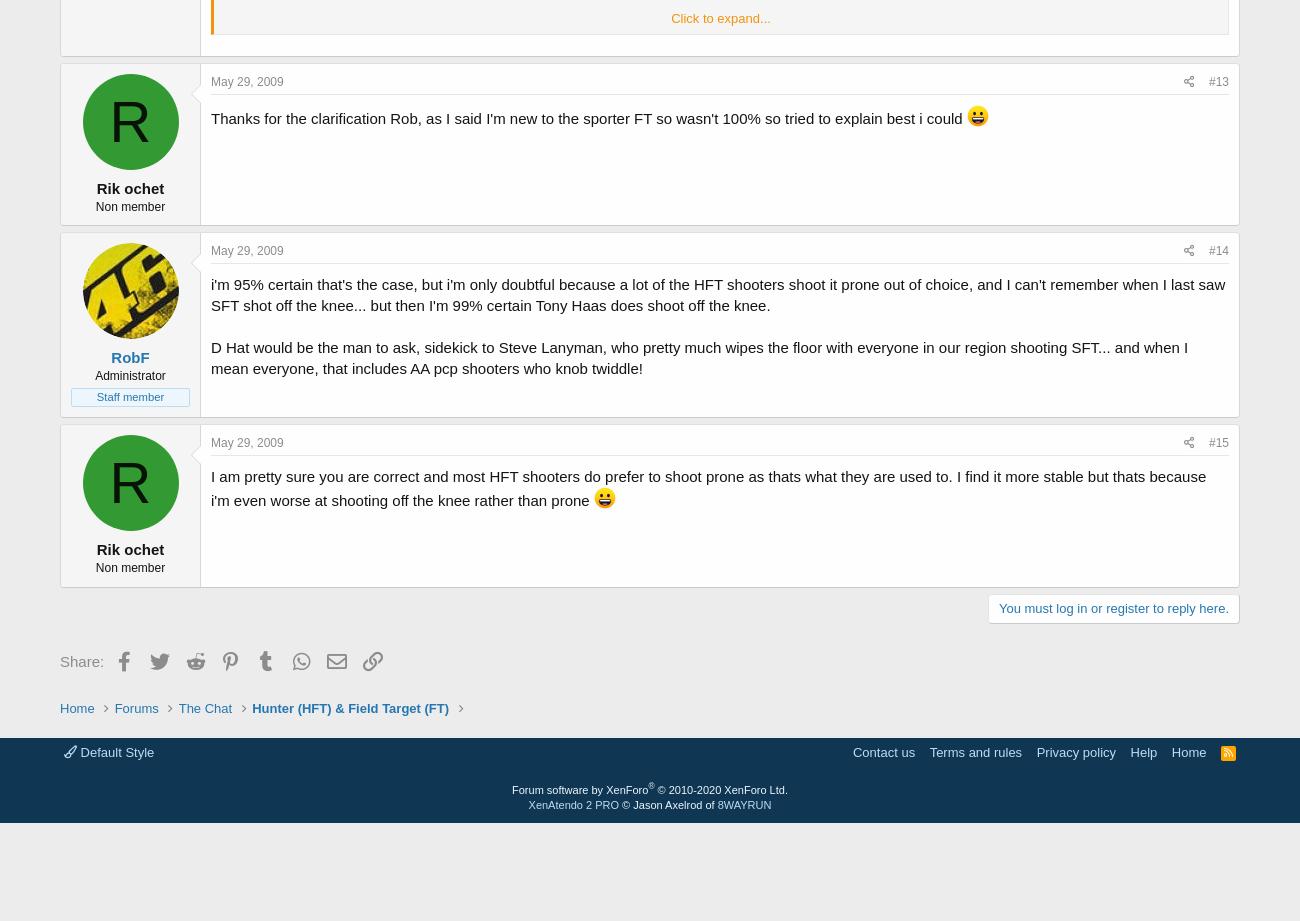  What do you see at coordinates (666, 803) in the screenshot?
I see `'© Jason Axelrod of'` at bounding box center [666, 803].